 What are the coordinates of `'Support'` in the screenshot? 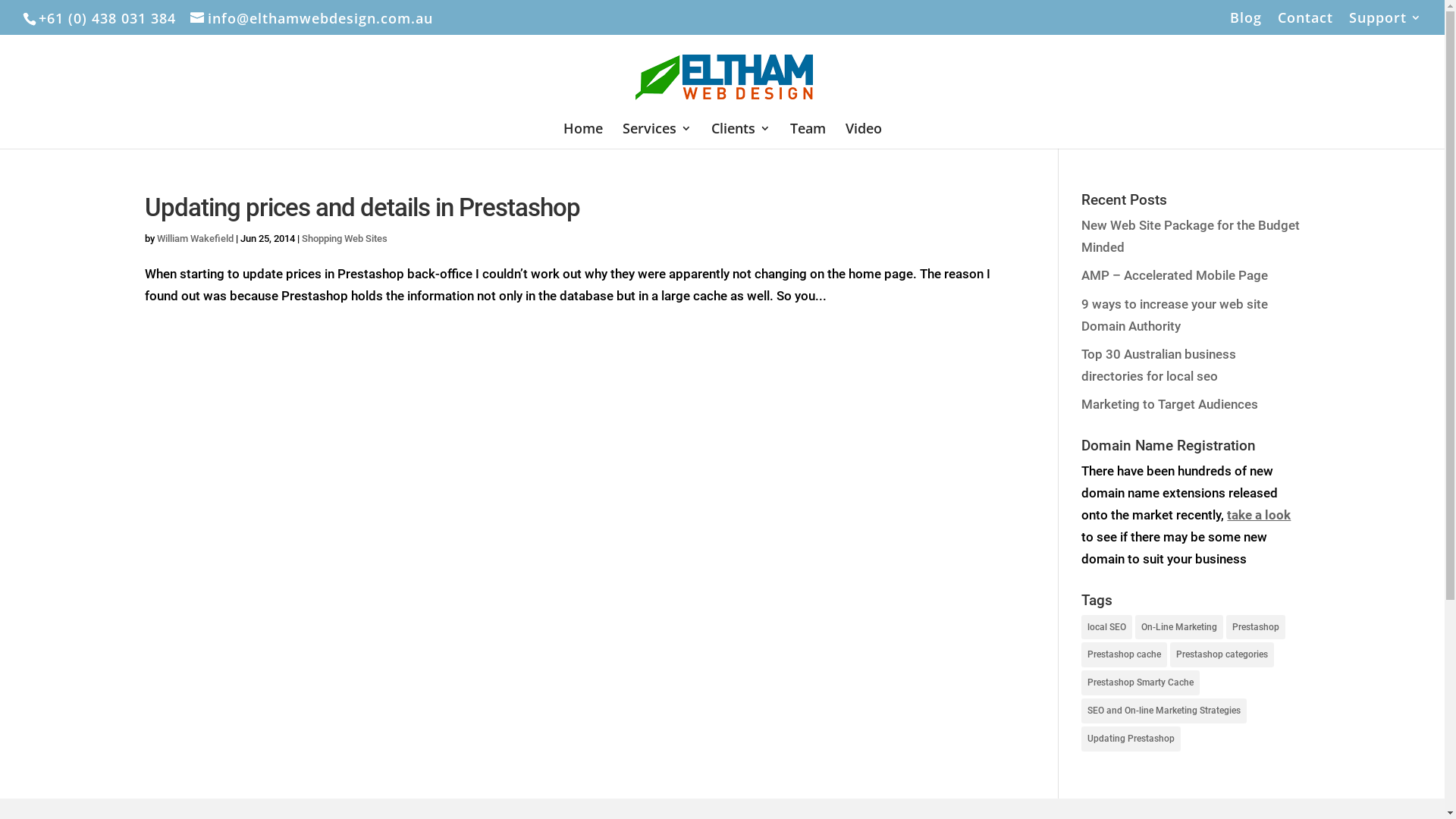 It's located at (1385, 23).